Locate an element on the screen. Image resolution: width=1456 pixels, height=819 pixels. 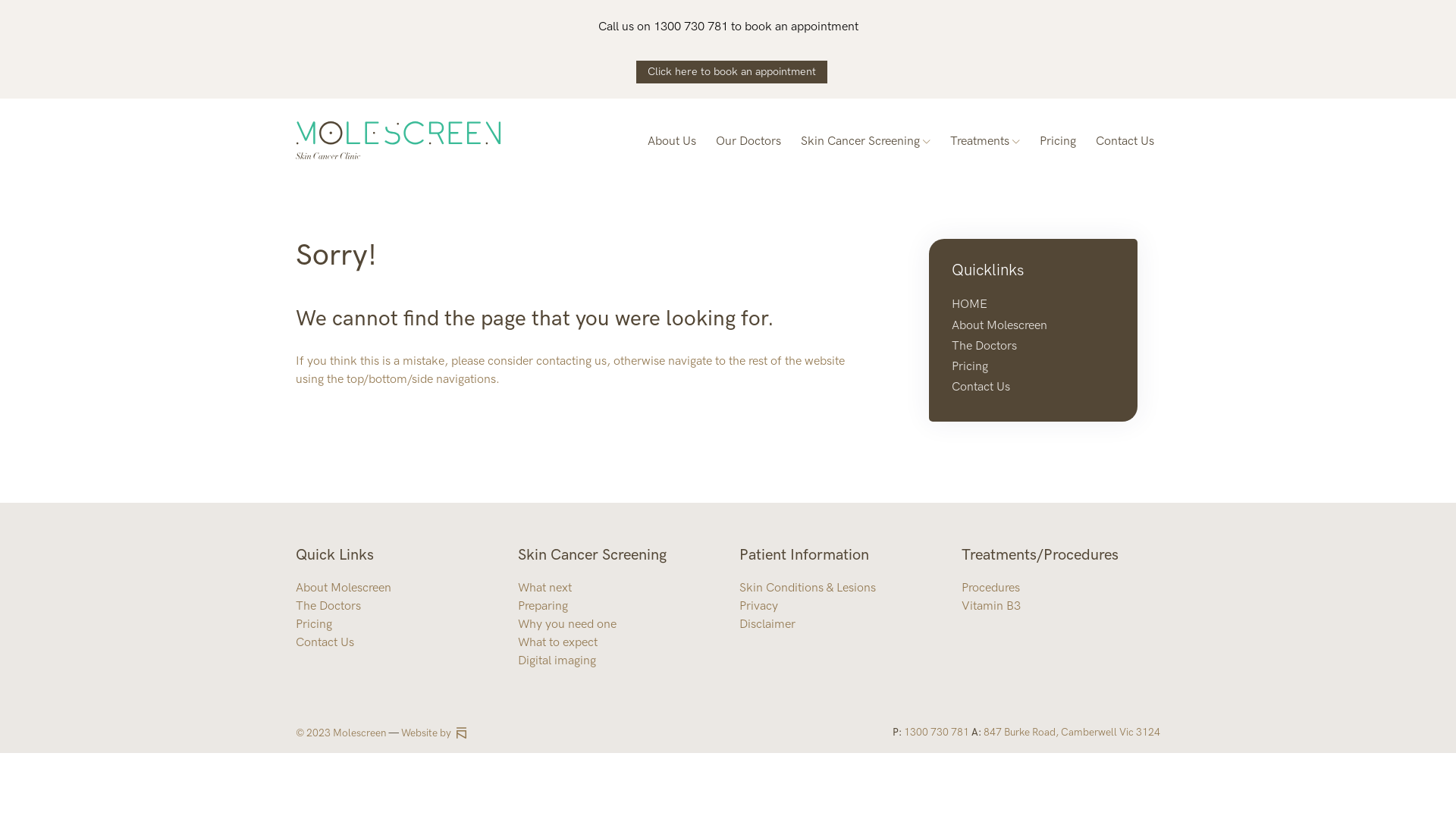
'contacting us' is located at coordinates (535, 361).